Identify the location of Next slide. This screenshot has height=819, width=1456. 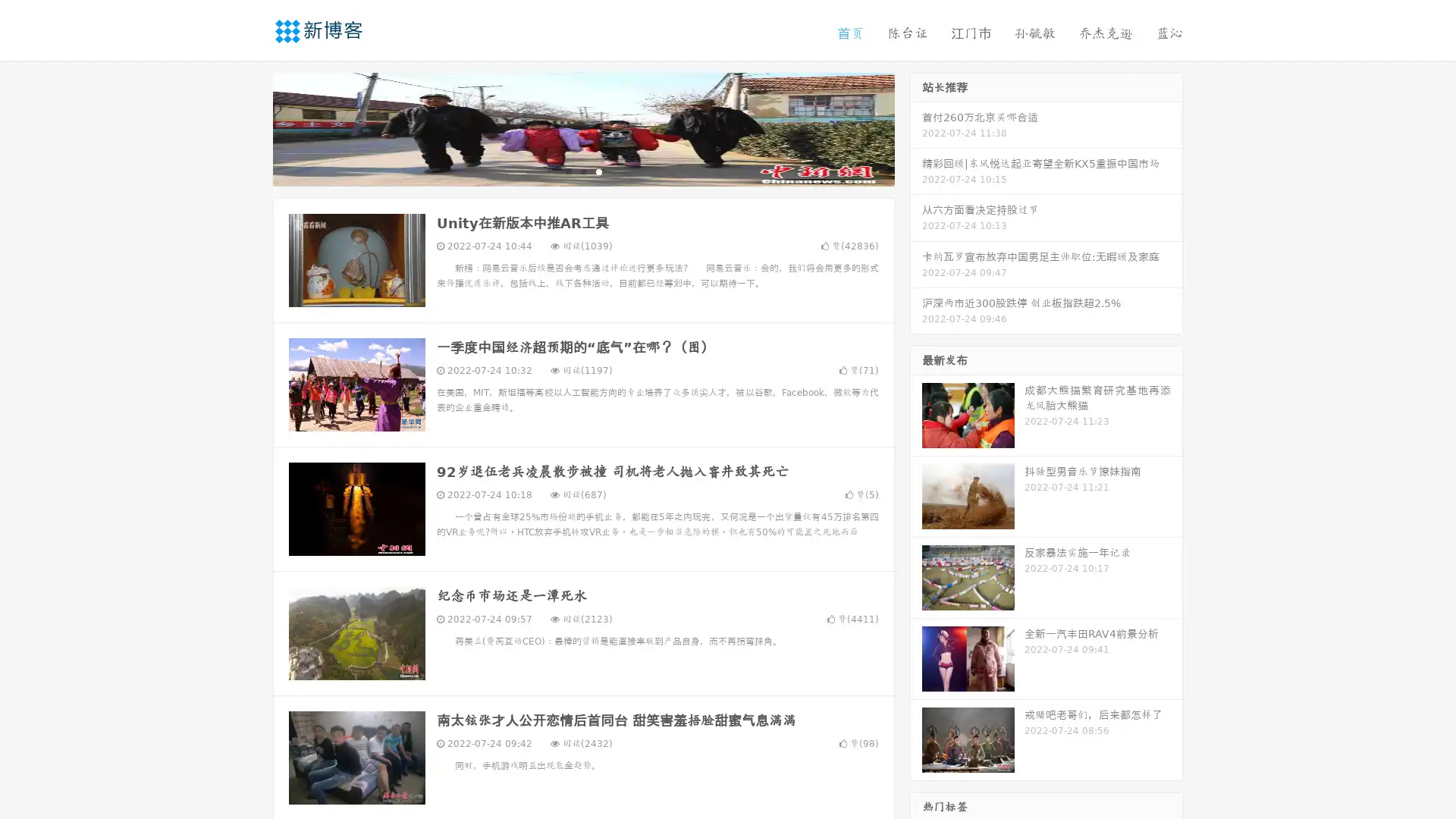
(916, 127).